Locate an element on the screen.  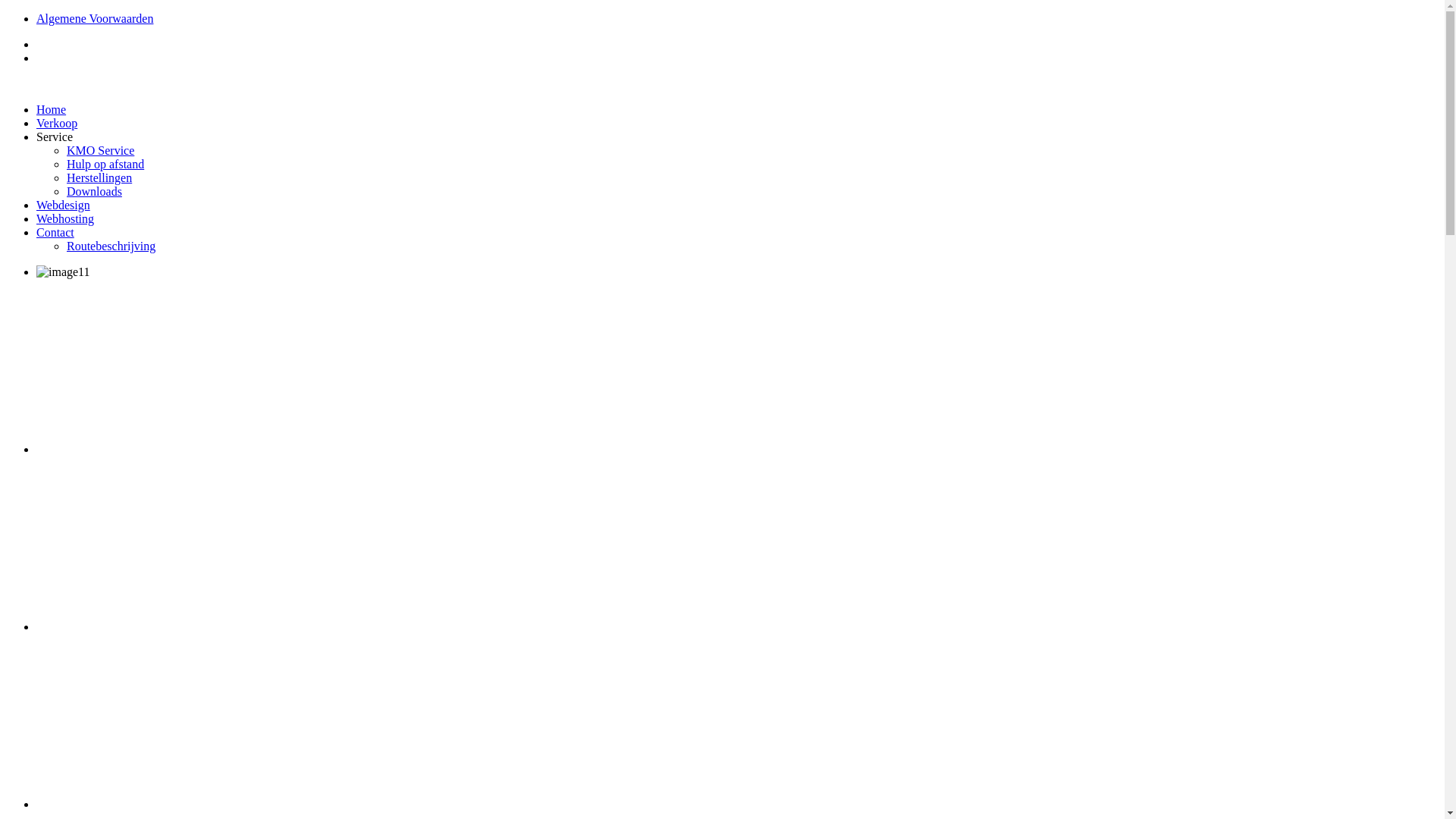
'Webdesign' is located at coordinates (62, 205).